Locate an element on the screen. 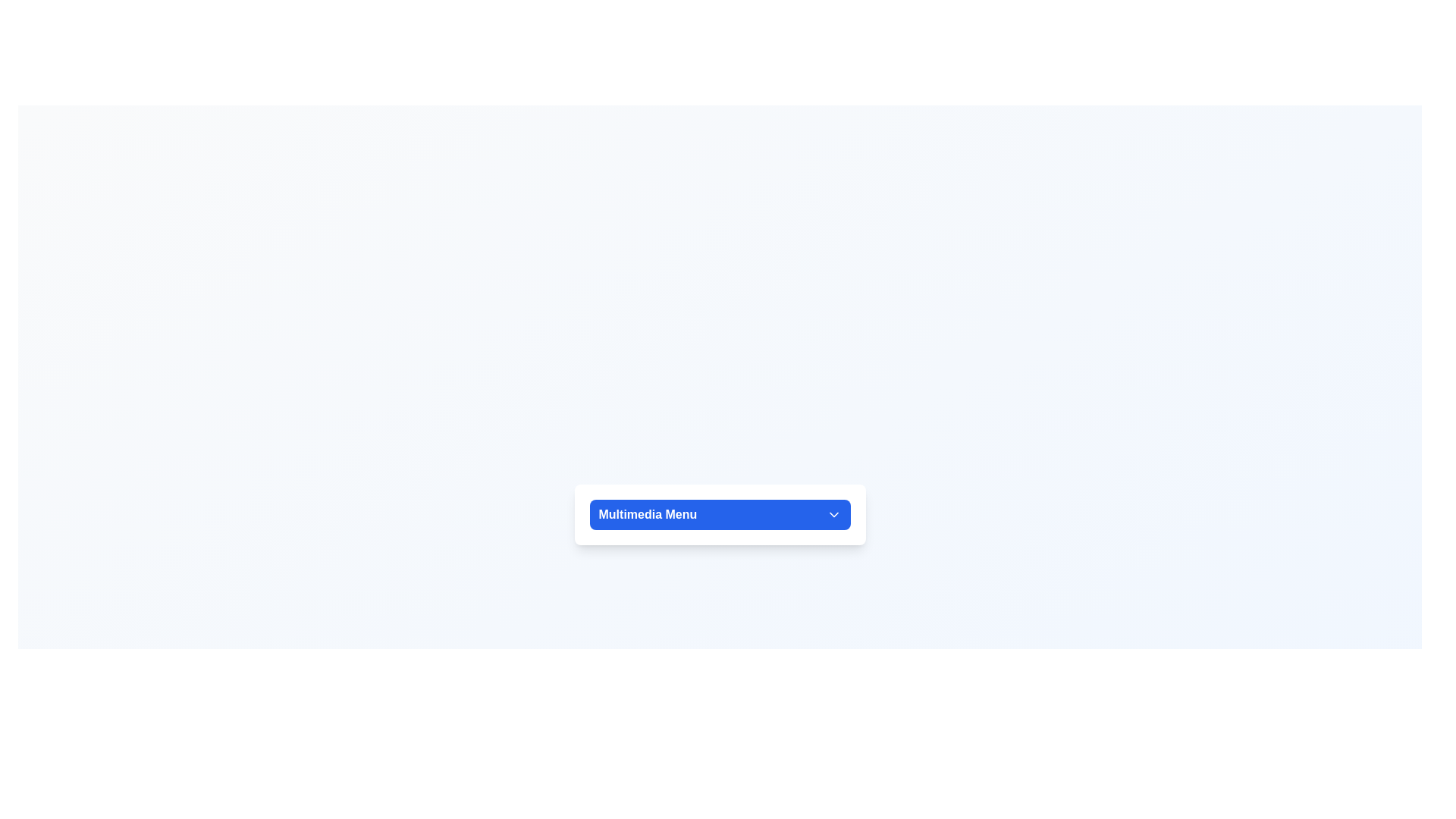 This screenshot has height=819, width=1456. the 'Multimedia Menu' button to observe hover effects is located at coordinates (719, 513).